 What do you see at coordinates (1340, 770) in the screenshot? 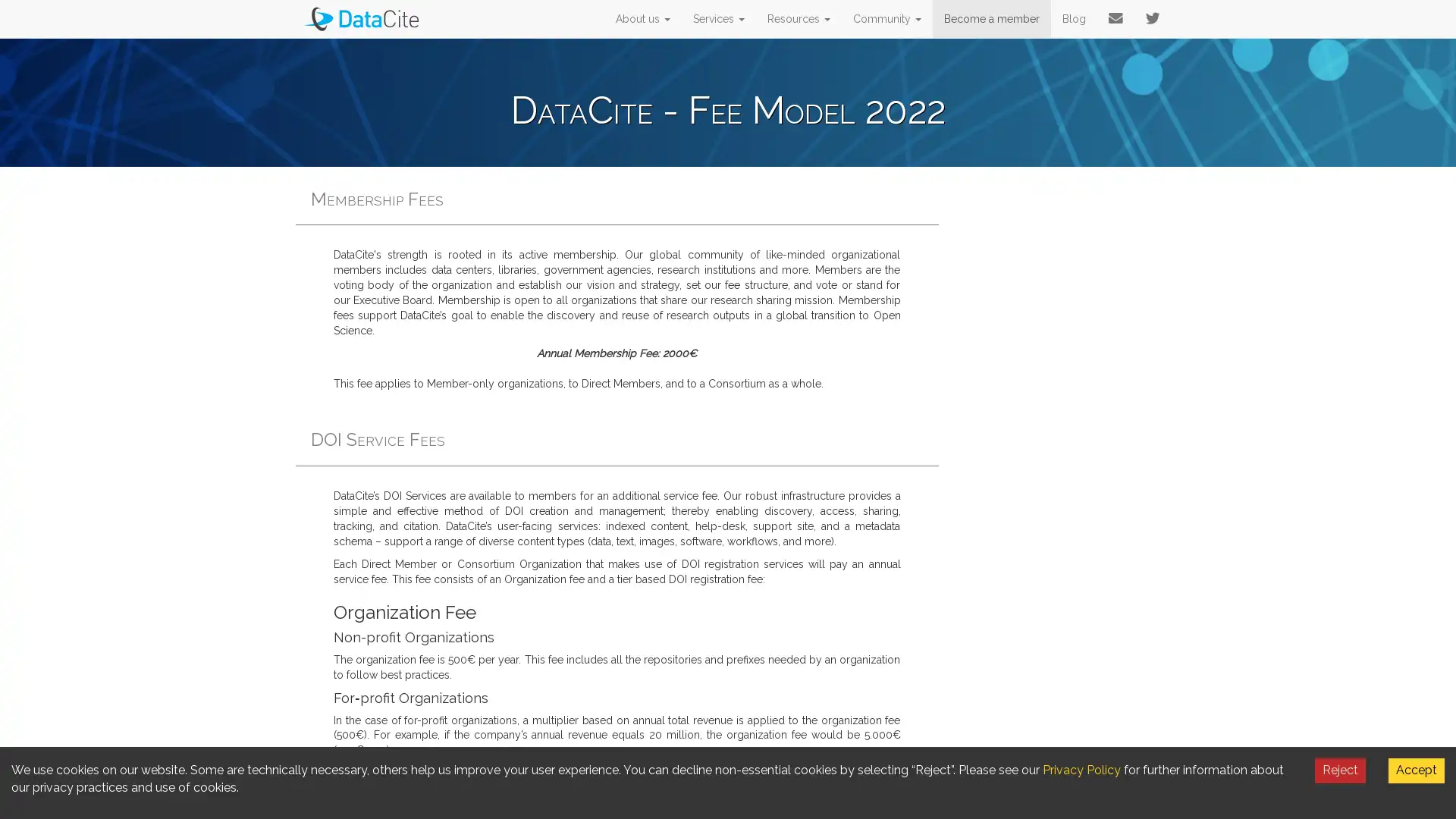
I see `Decline cookies` at bounding box center [1340, 770].